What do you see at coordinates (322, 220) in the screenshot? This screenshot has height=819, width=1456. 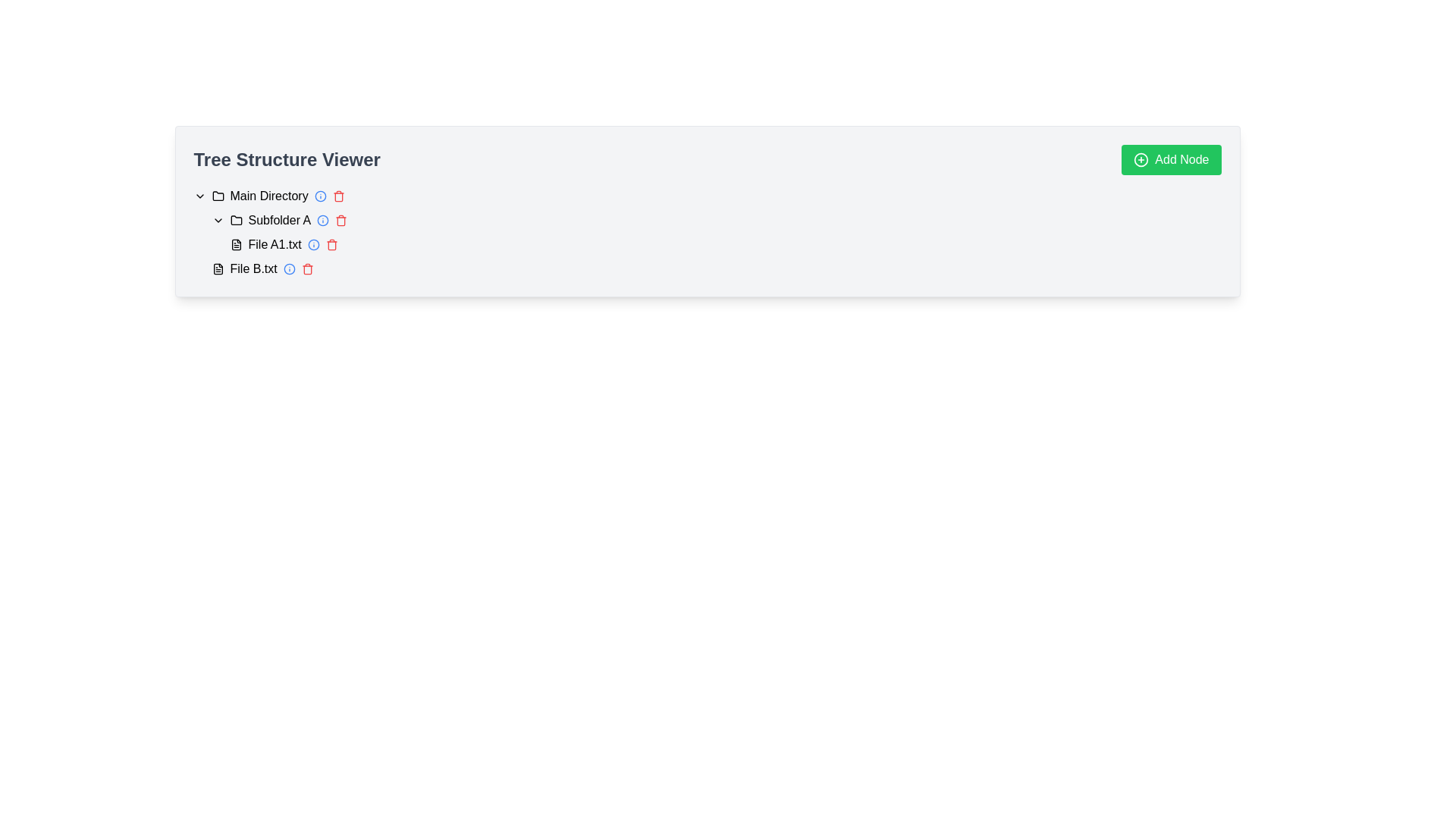 I see `the information icon located to the right of the 'Subfolder A' text label` at bounding box center [322, 220].